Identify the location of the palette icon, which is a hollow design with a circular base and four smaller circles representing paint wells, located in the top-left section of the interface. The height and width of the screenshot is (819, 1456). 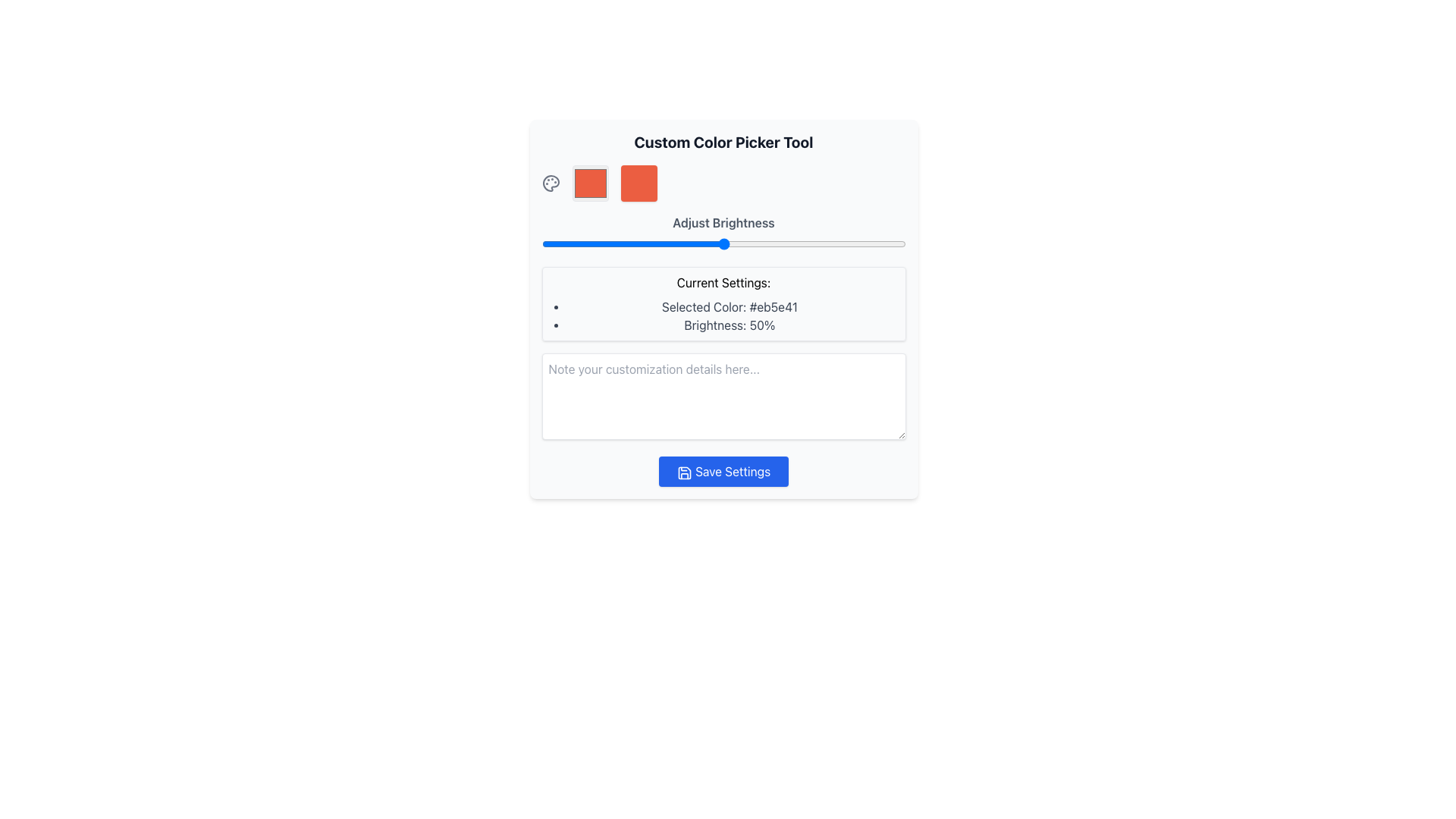
(550, 183).